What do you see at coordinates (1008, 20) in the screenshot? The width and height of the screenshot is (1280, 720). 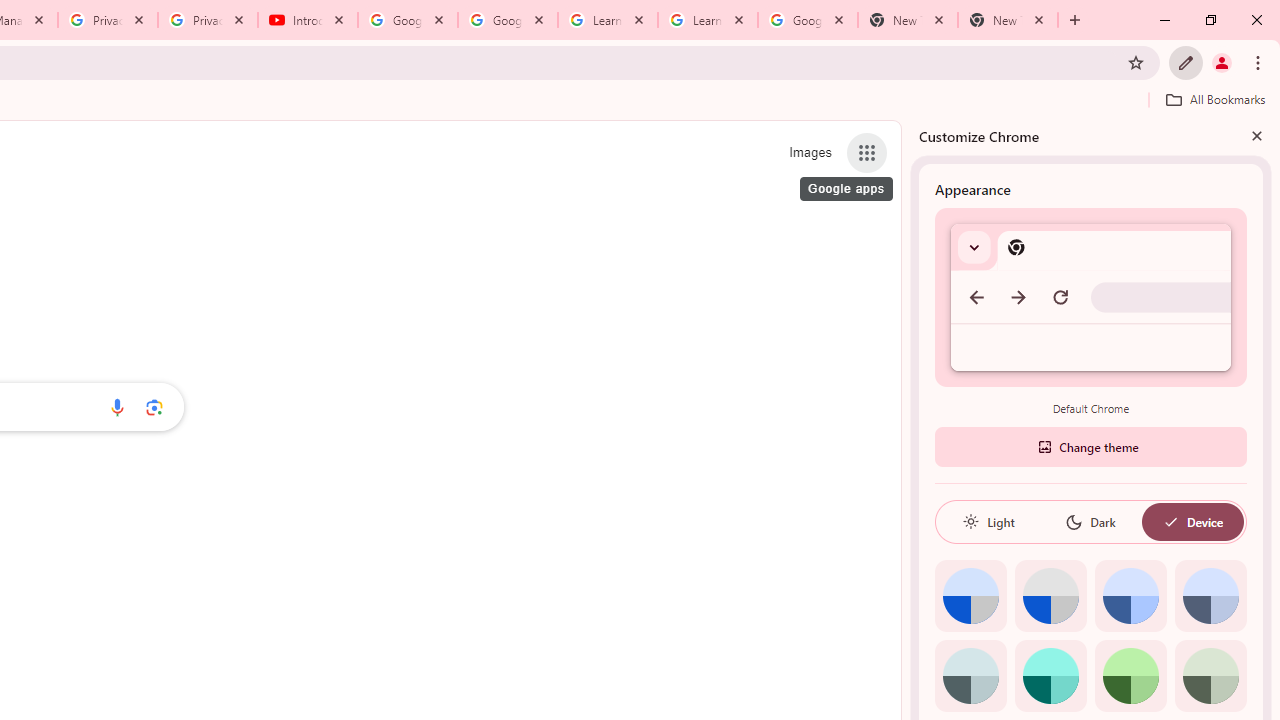 I see `'New Tab'` at bounding box center [1008, 20].